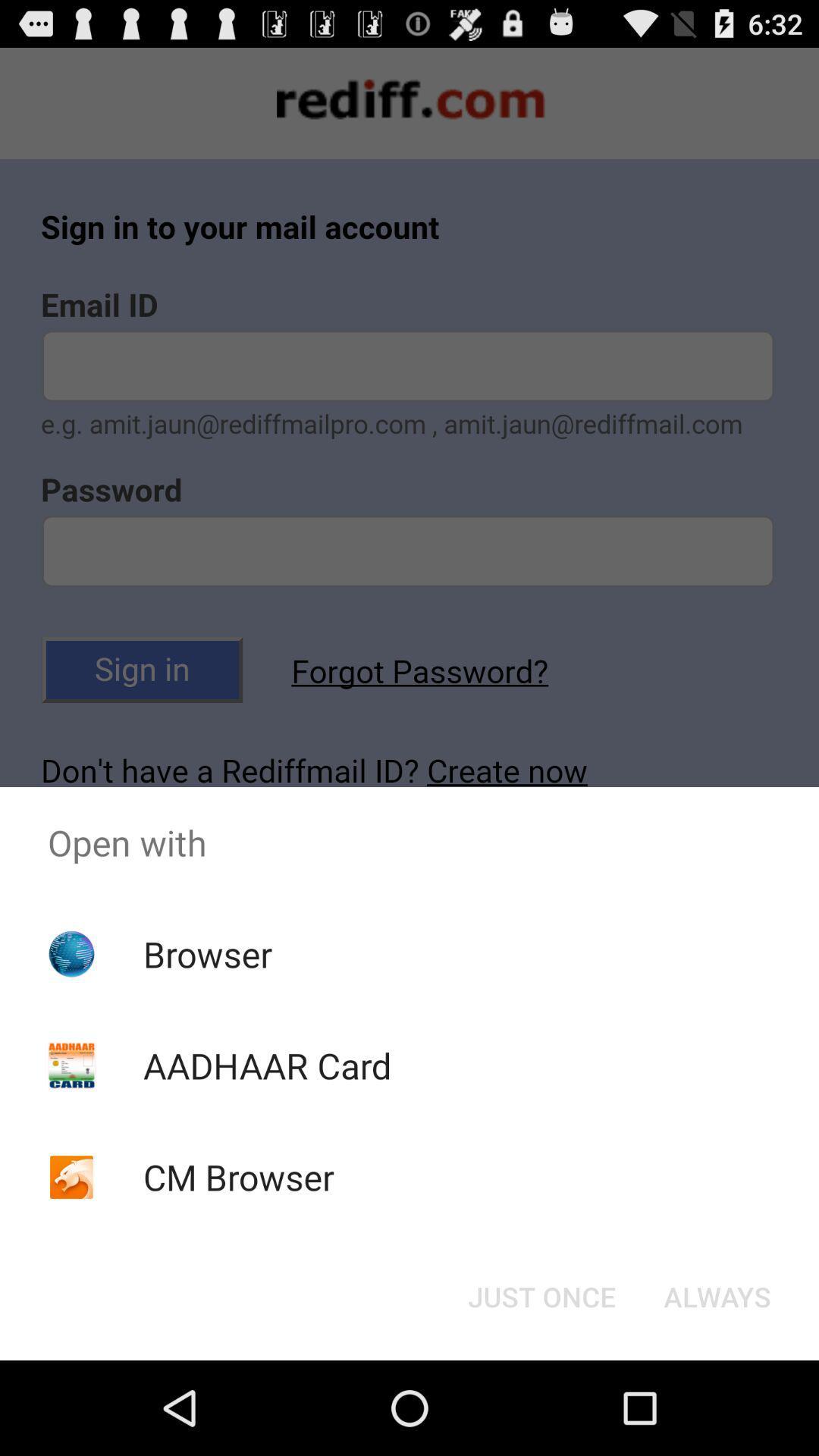 This screenshot has width=819, height=1456. I want to click on button next to the just once item, so click(717, 1295).